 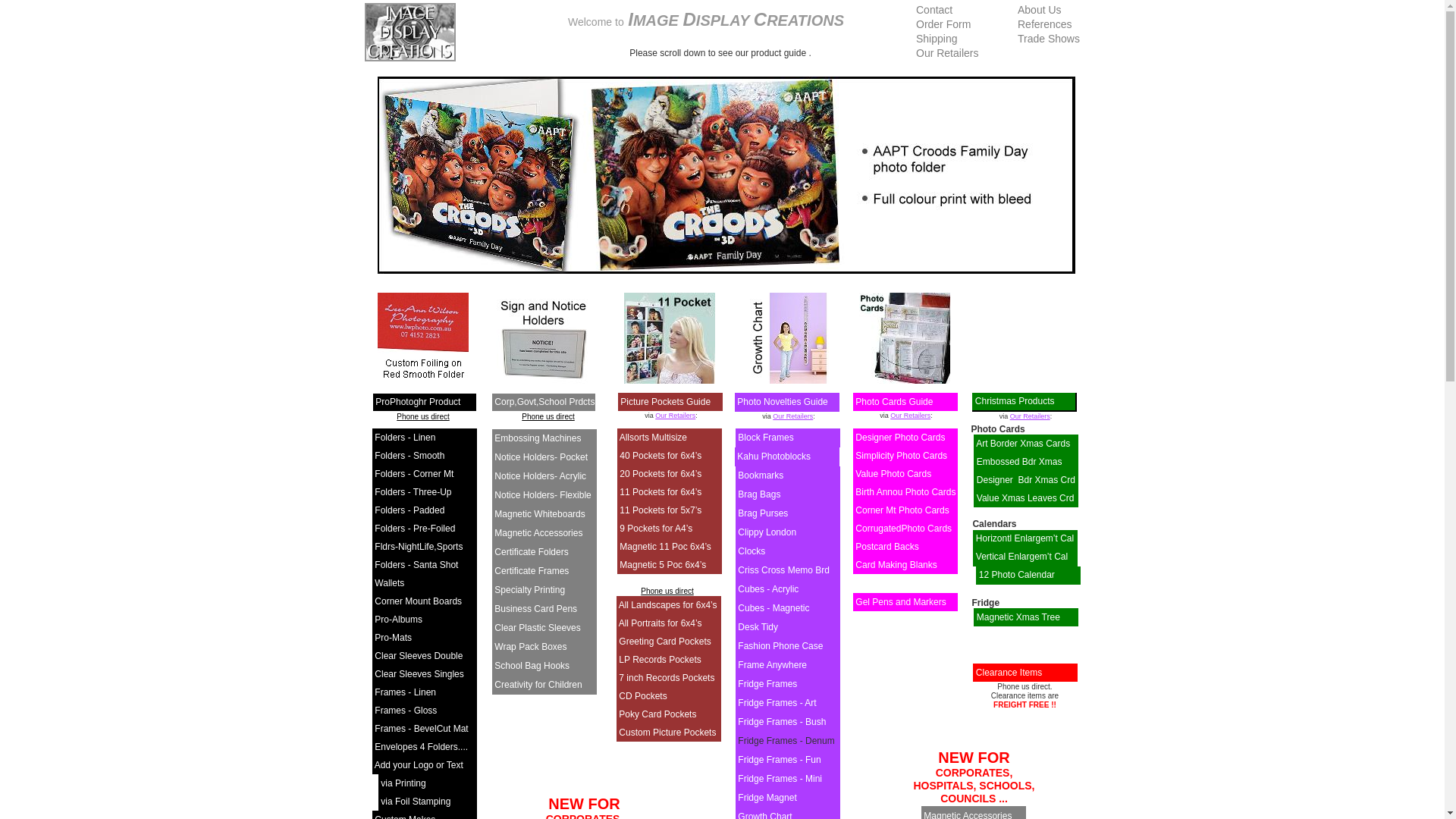 What do you see at coordinates (405, 711) in the screenshot?
I see `'Frames - Gloss'` at bounding box center [405, 711].